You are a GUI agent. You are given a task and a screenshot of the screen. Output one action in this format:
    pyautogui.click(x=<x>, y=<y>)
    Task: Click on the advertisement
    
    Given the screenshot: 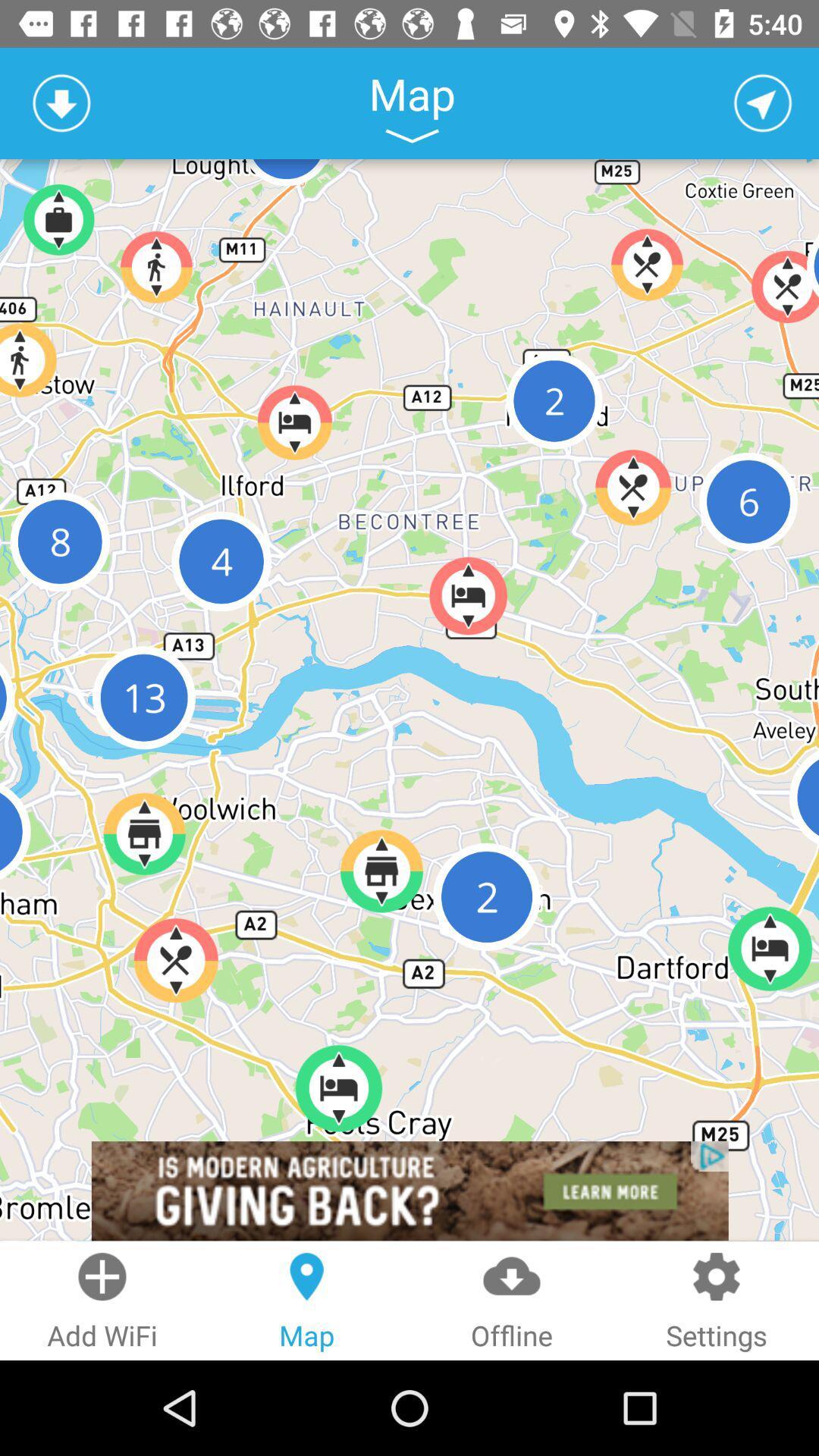 What is the action you would take?
    pyautogui.click(x=409, y=1190)
    